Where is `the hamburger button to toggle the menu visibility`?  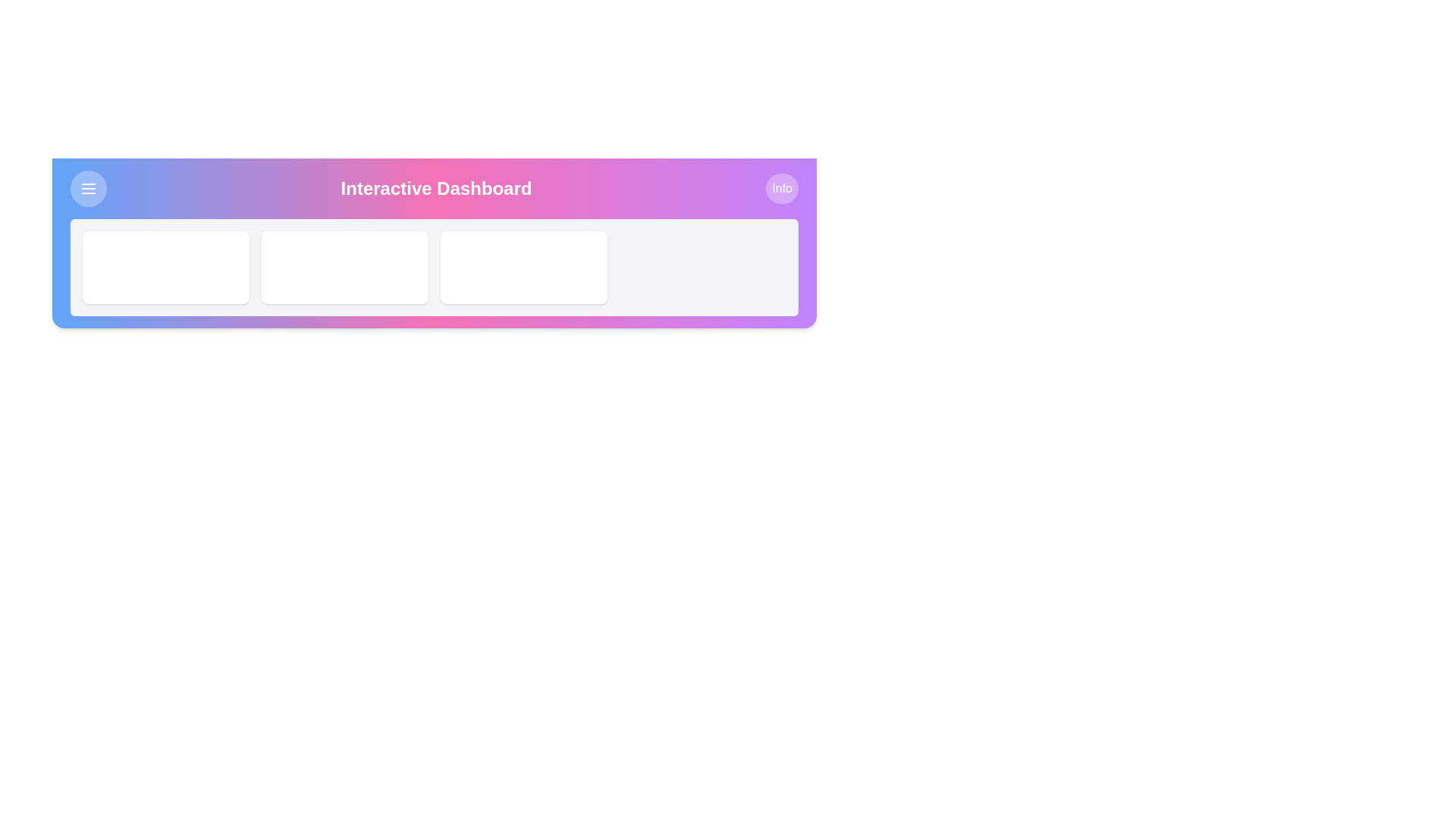
the hamburger button to toggle the menu visibility is located at coordinates (87, 188).